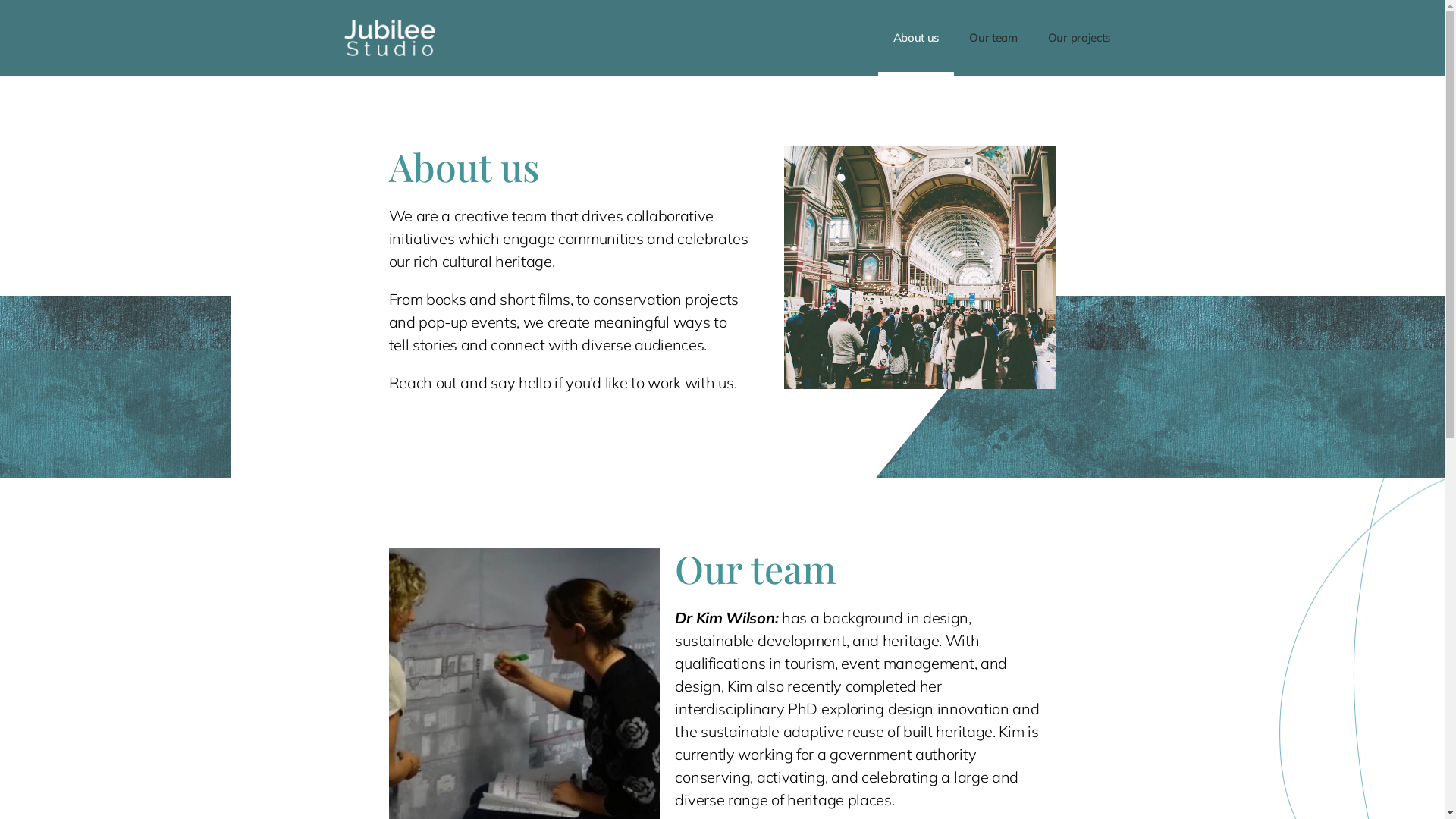 This screenshot has height=819, width=1456. Describe the element at coordinates (993, 37) in the screenshot. I see `'Our team'` at that location.